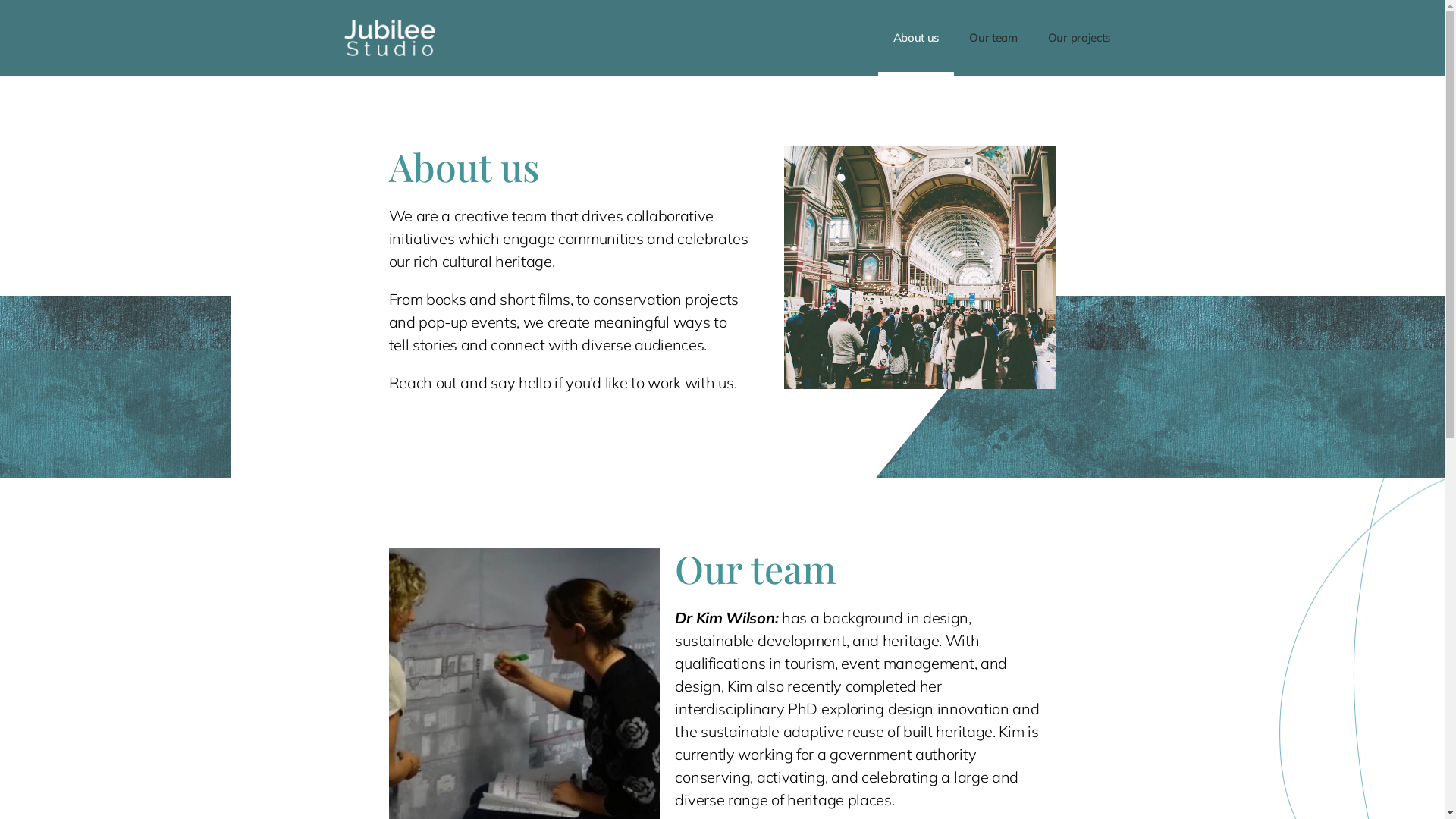 This screenshot has height=819, width=1456. Describe the element at coordinates (993, 37) in the screenshot. I see `'Our team'` at that location.